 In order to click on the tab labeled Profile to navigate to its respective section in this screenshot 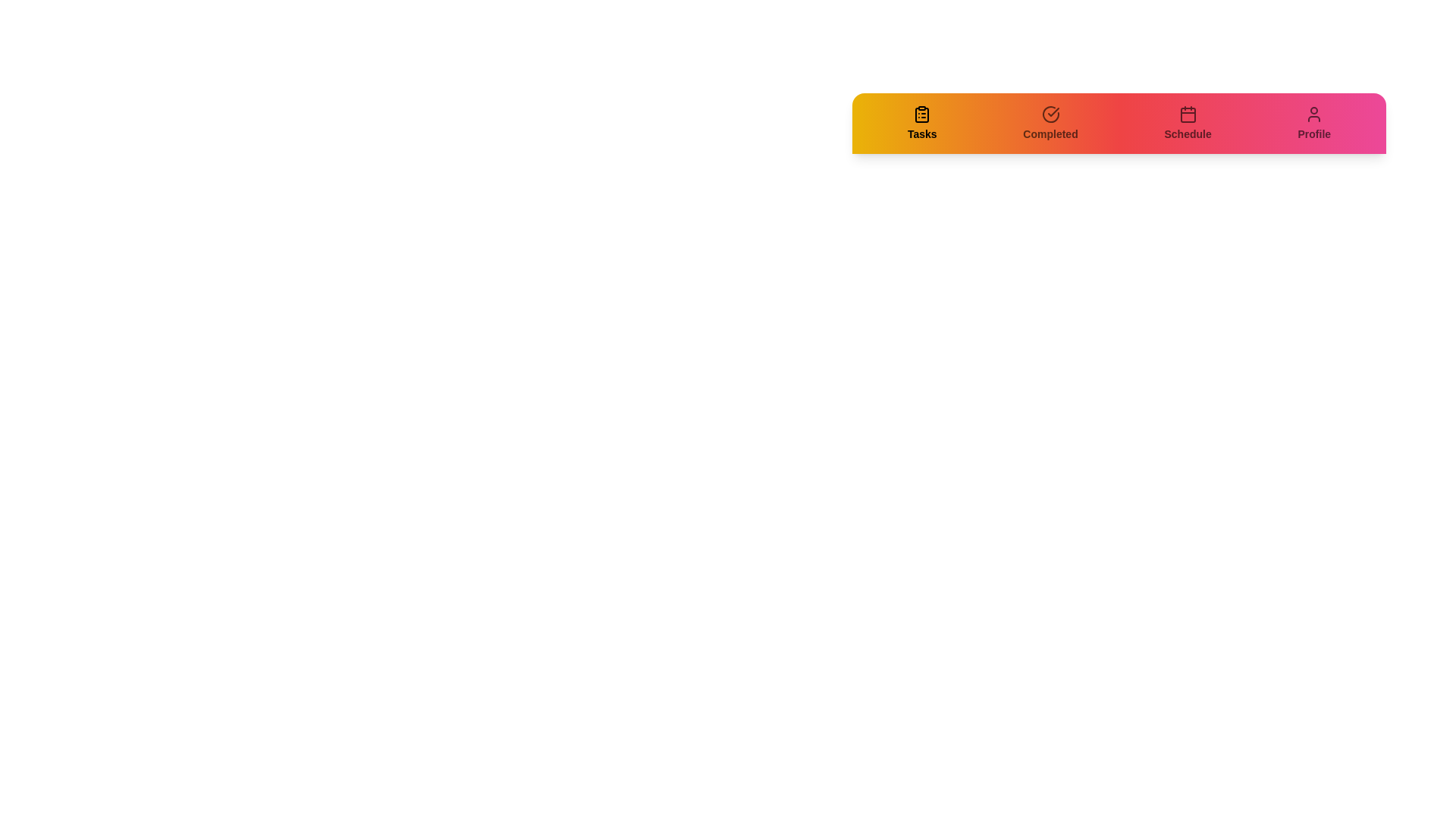, I will do `click(1313, 122)`.